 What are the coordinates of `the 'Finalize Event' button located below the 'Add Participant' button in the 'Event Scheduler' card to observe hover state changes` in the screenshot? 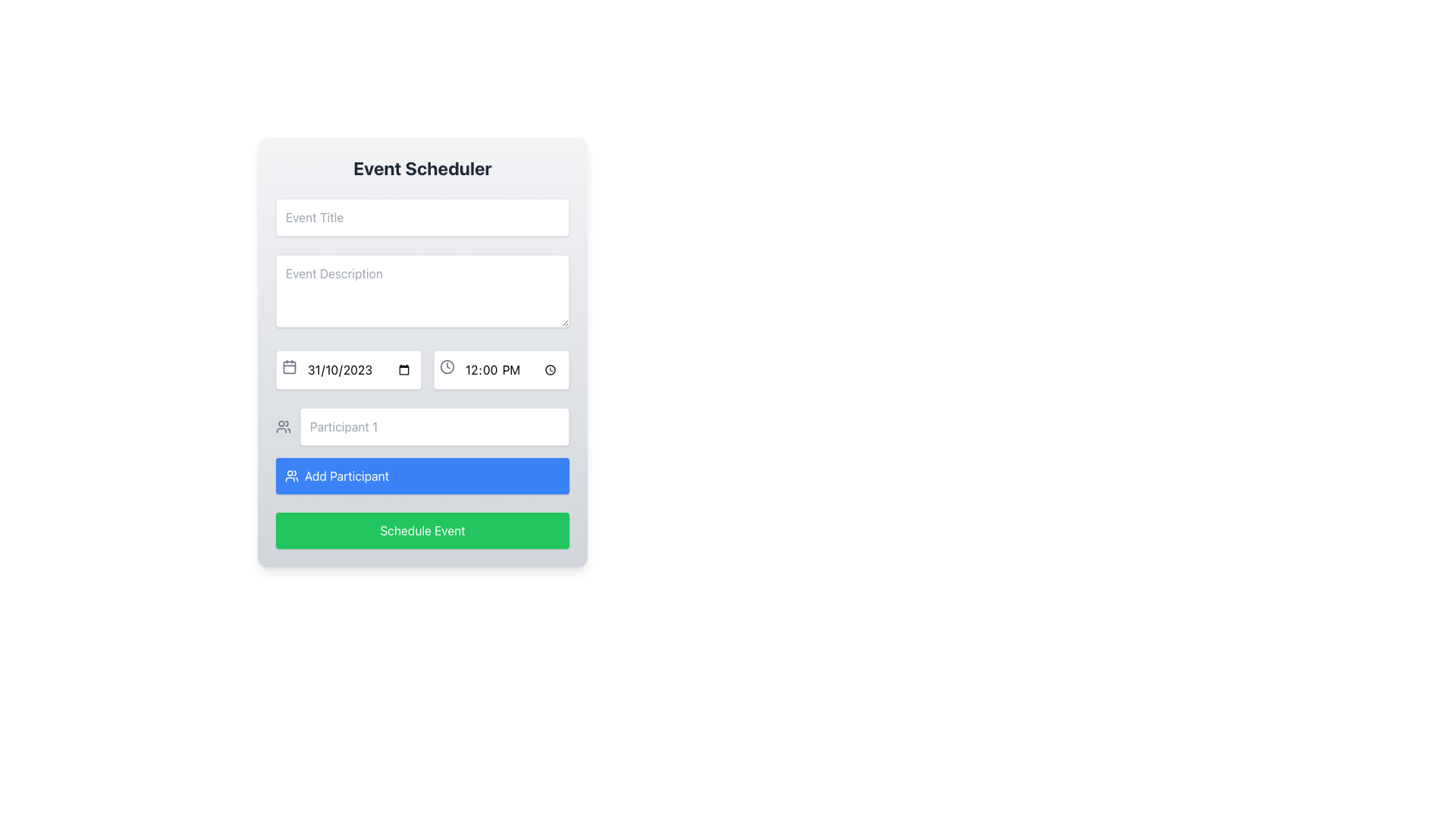 It's located at (422, 529).